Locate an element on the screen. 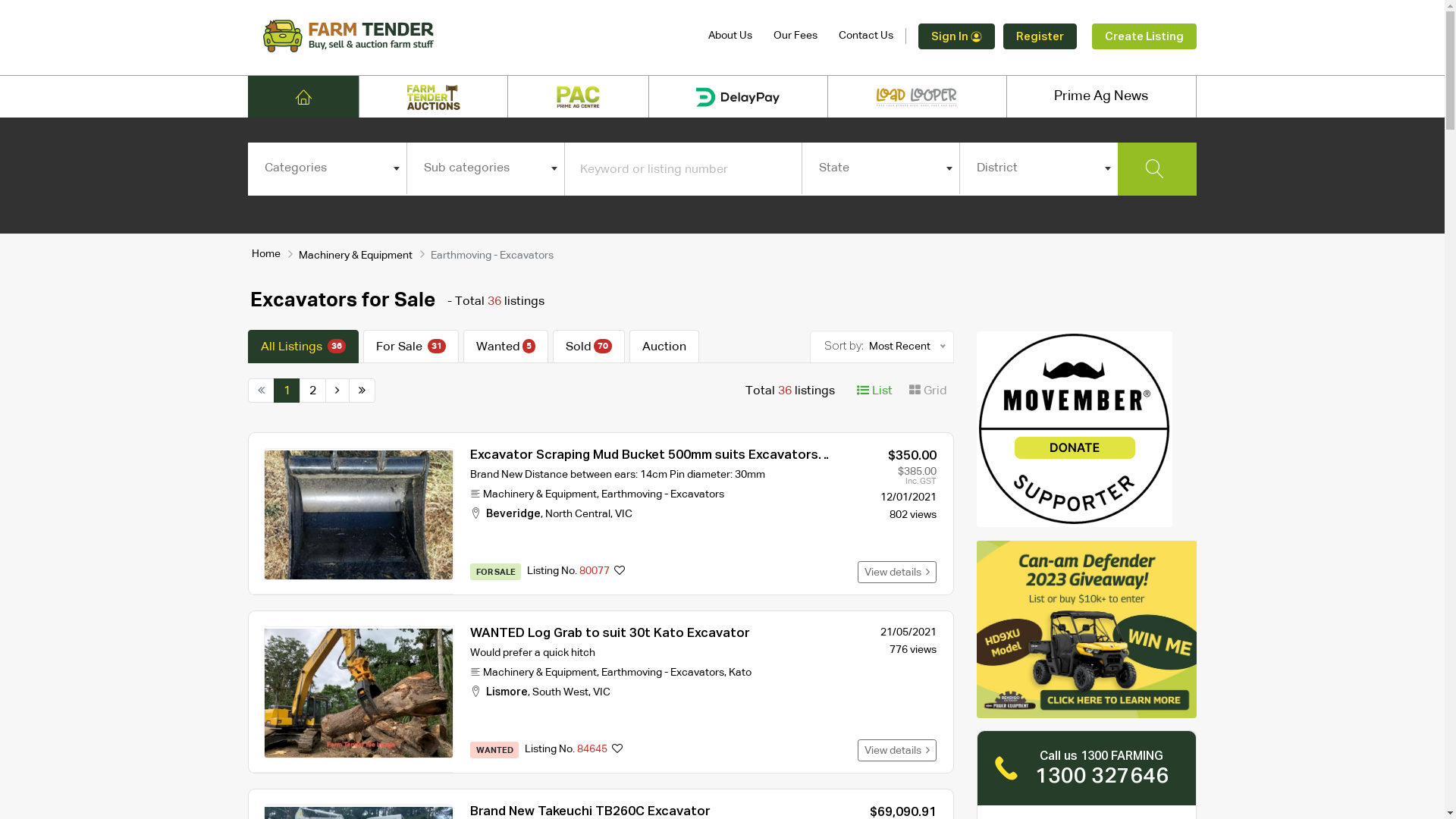 The width and height of the screenshot is (1456, 819). 'View details  ' is located at coordinates (896, 572).